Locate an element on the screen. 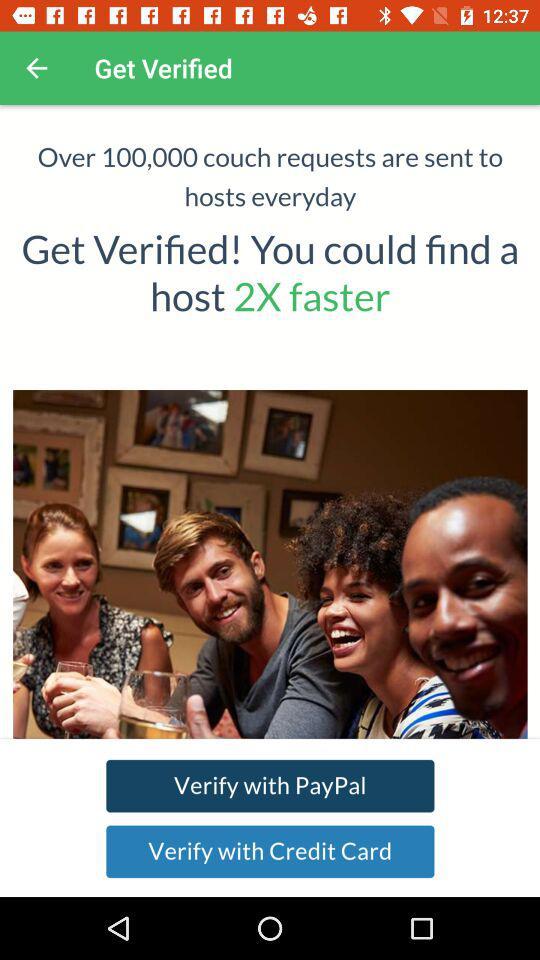 The width and height of the screenshot is (540, 960). previous is located at coordinates (36, 68).